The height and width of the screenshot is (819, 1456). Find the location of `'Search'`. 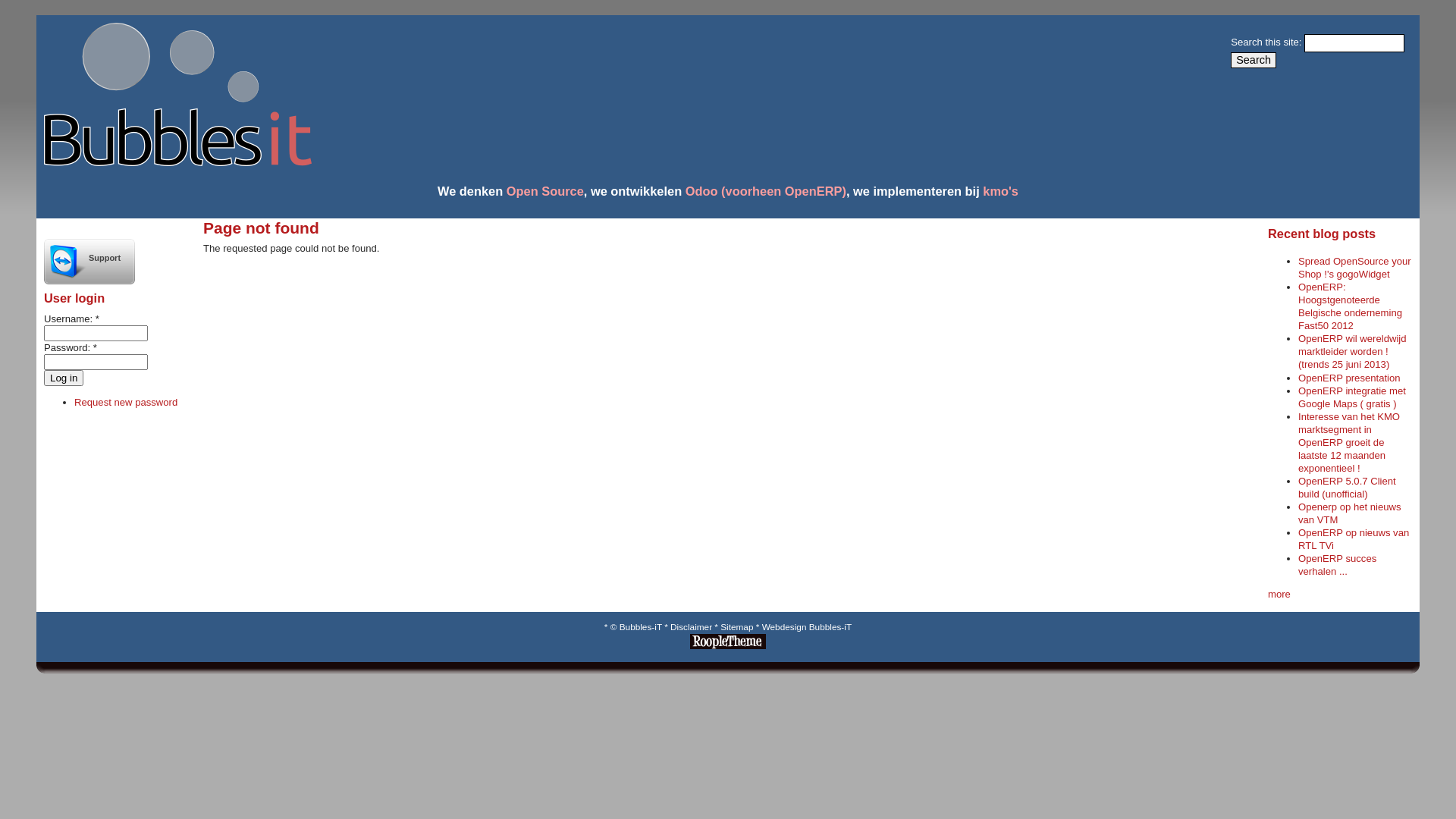

'Search' is located at coordinates (1230, 60).